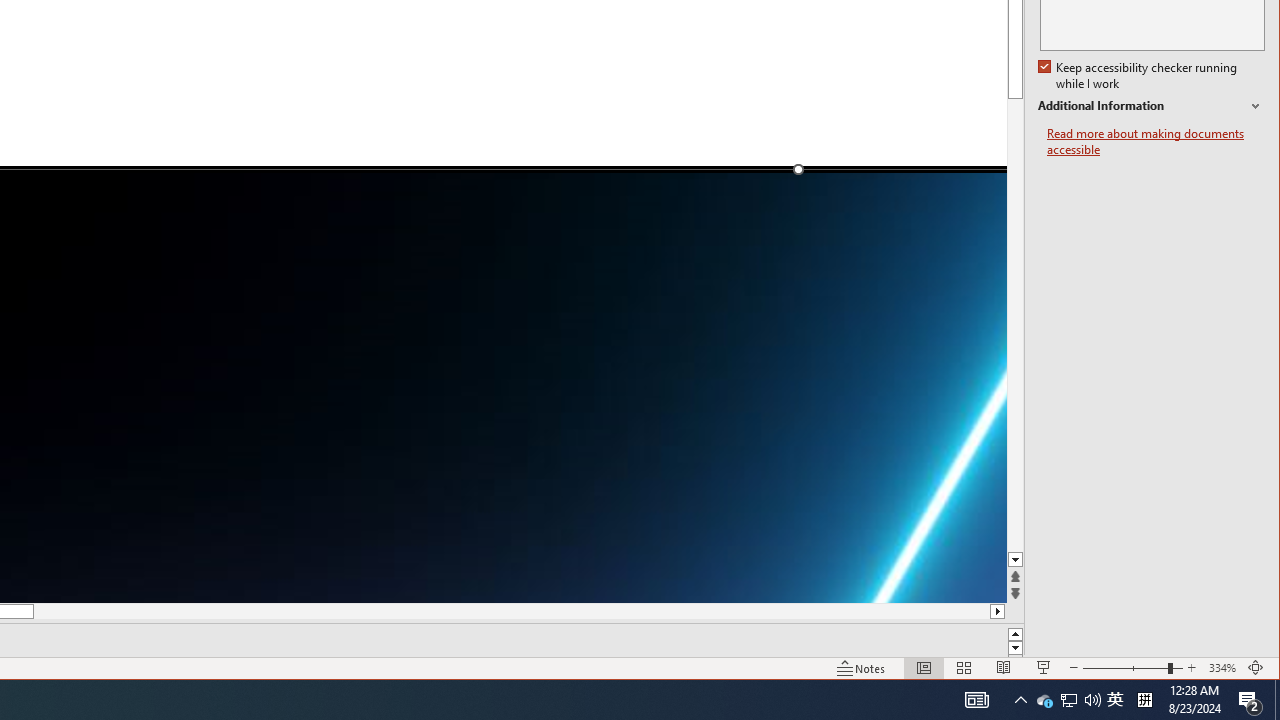  I want to click on 'Line down', so click(1015, 560).